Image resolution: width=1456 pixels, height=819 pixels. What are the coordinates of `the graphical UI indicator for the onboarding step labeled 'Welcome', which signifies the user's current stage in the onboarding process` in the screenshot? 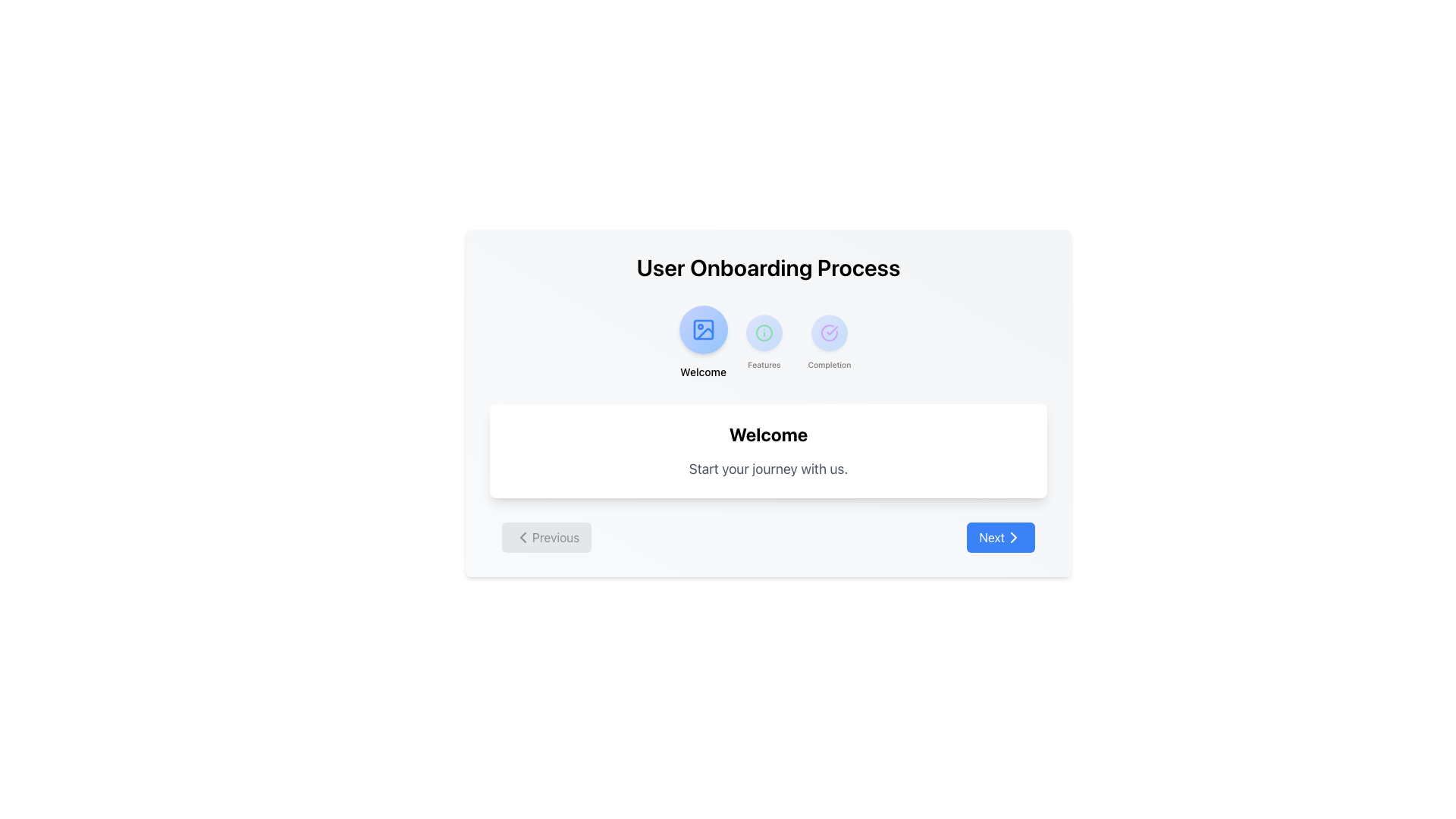 It's located at (702, 329).